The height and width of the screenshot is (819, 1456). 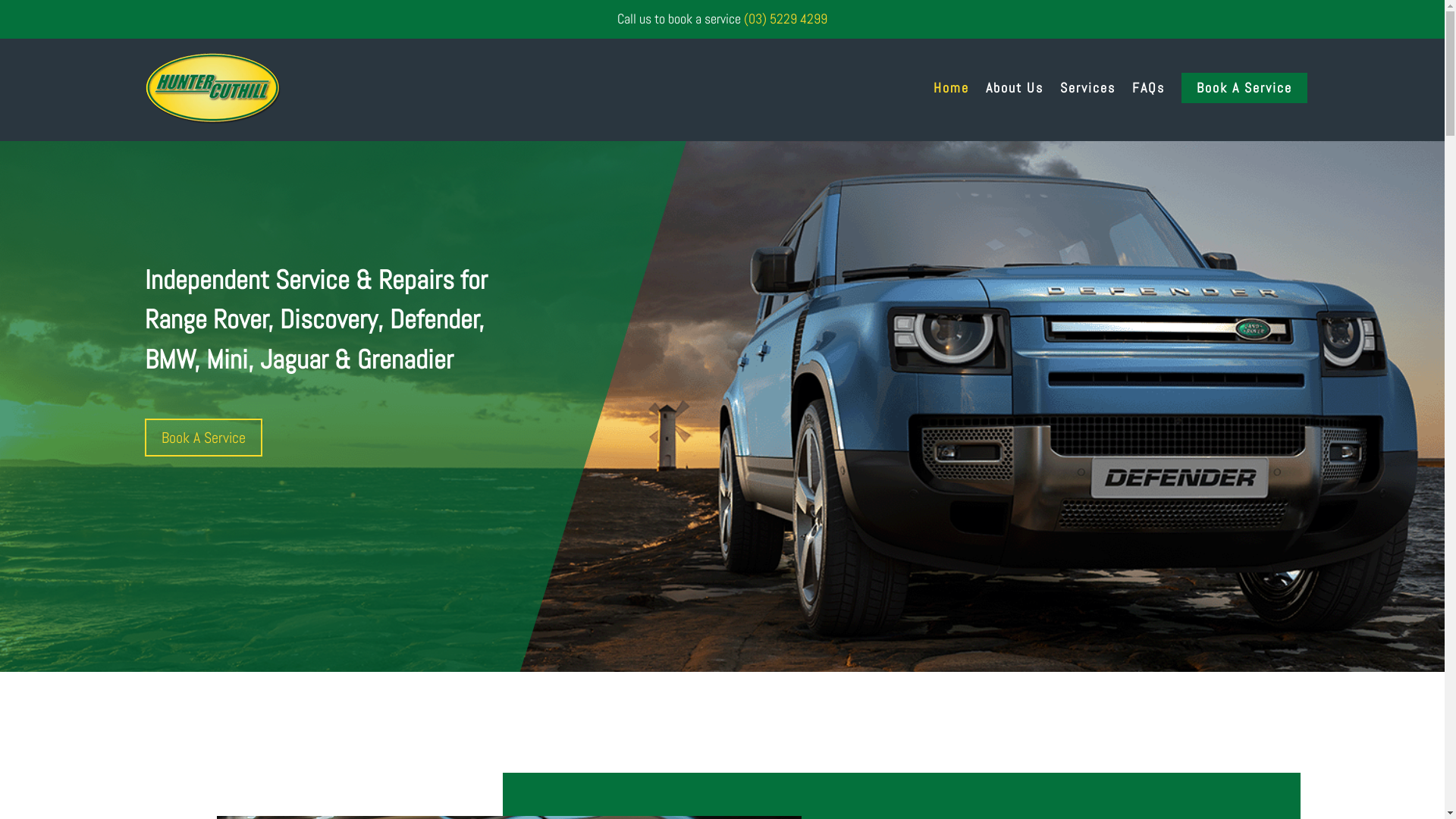 I want to click on '(03) 5229 4299', so click(x=786, y=18).